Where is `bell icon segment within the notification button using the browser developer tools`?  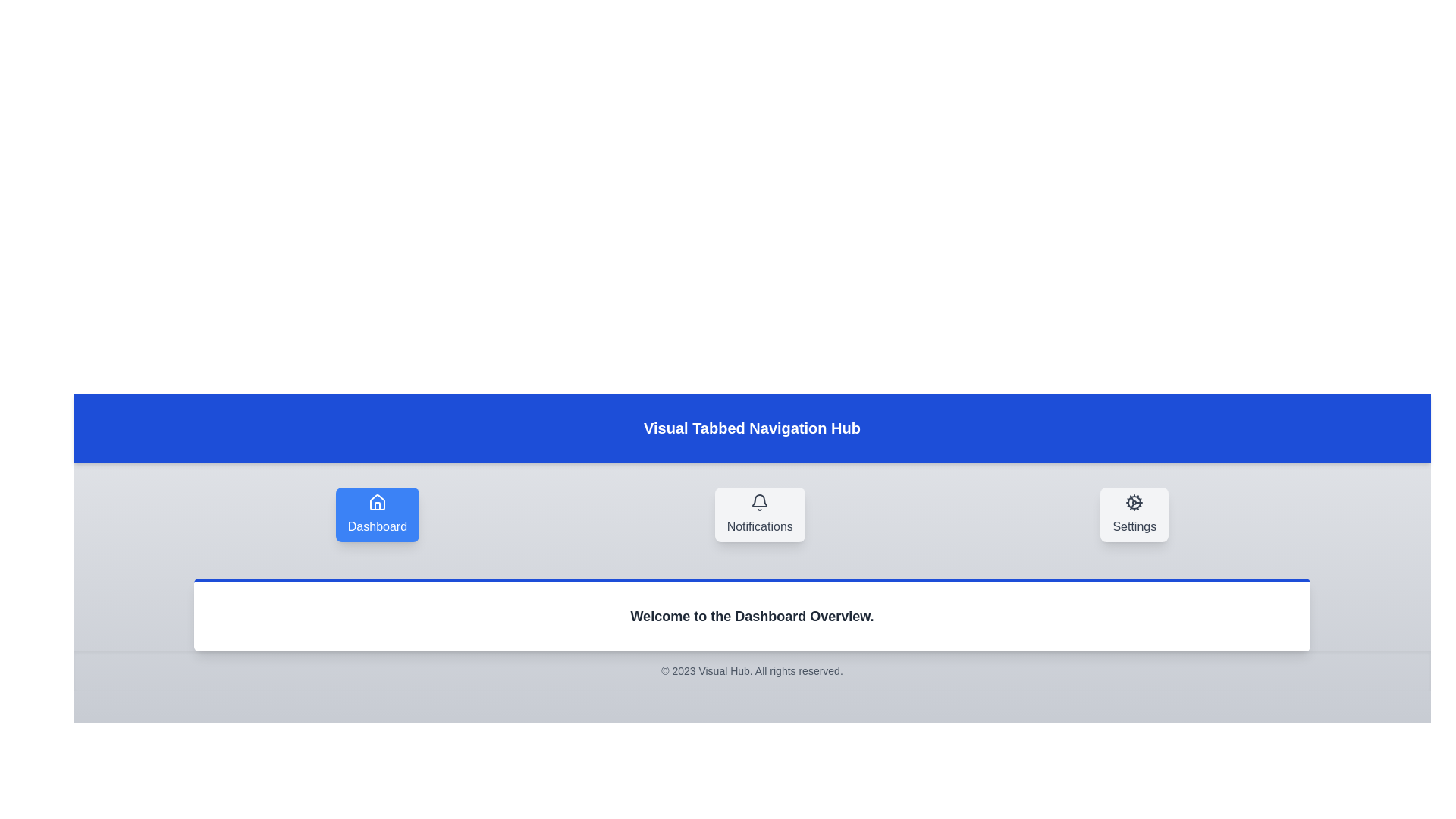 bell icon segment within the notification button using the browser developer tools is located at coordinates (760, 500).